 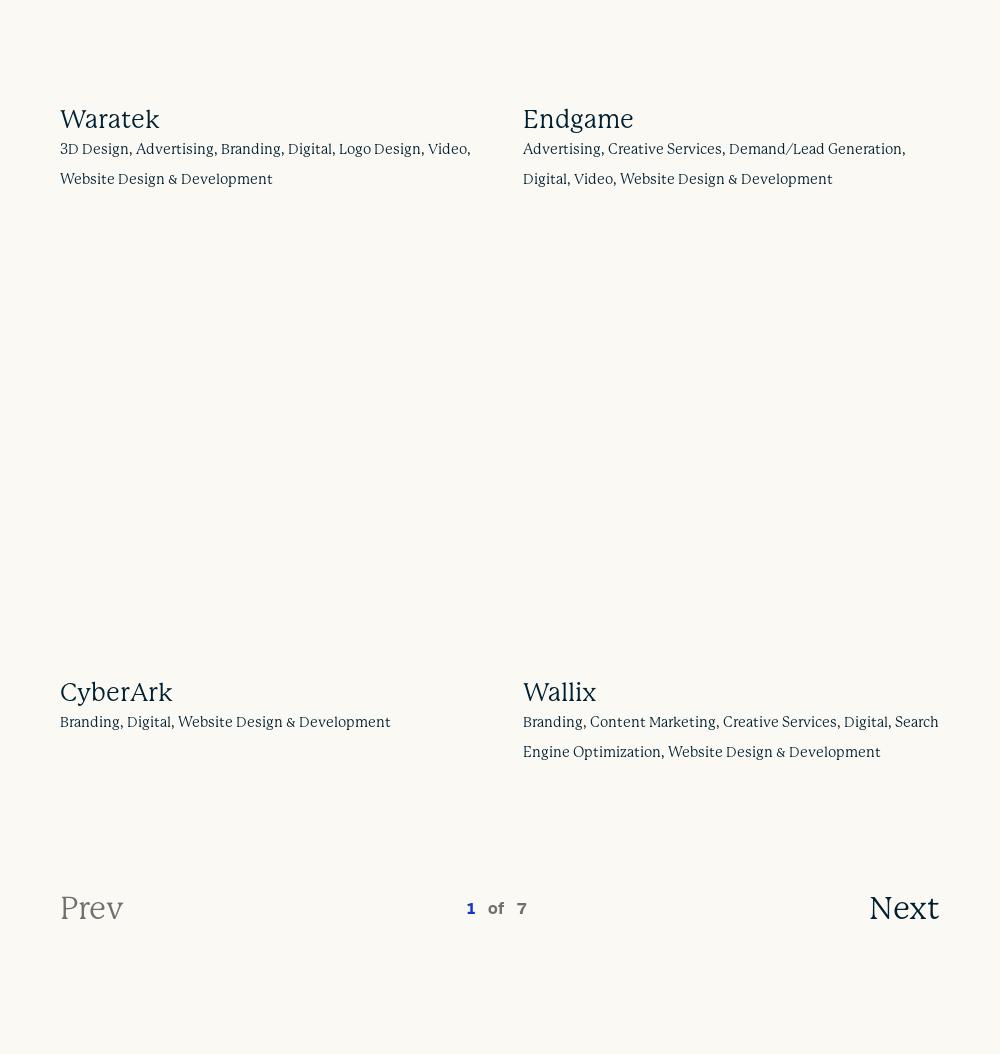 What do you see at coordinates (904, 905) in the screenshot?
I see `'Next'` at bounding box center [904, 905].